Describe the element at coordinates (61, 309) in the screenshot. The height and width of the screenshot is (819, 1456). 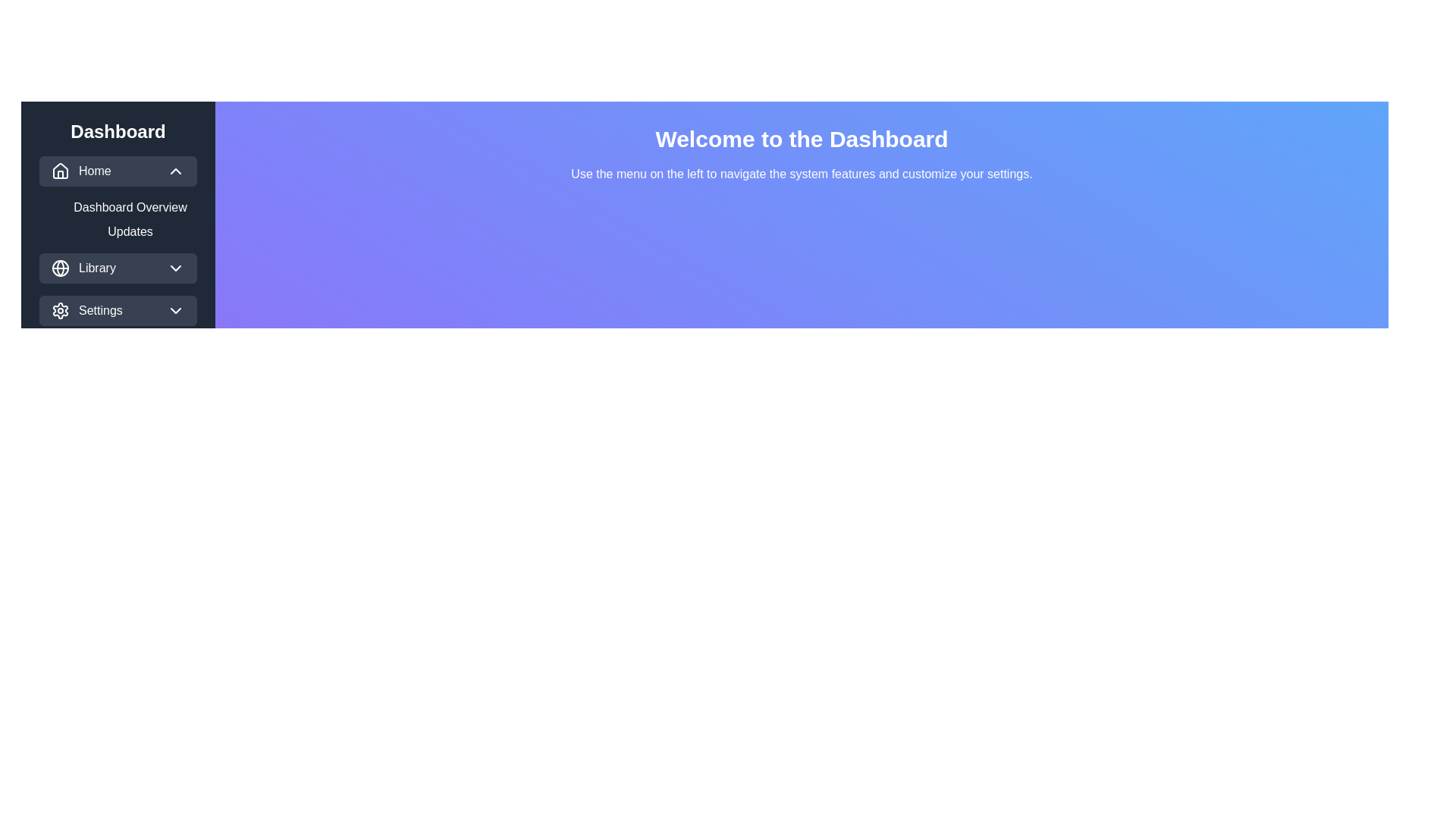
I see `the gear-shaped icon located in the sidebar navigation panel, which is positioned to the left of the 'Settings' label` at that location.